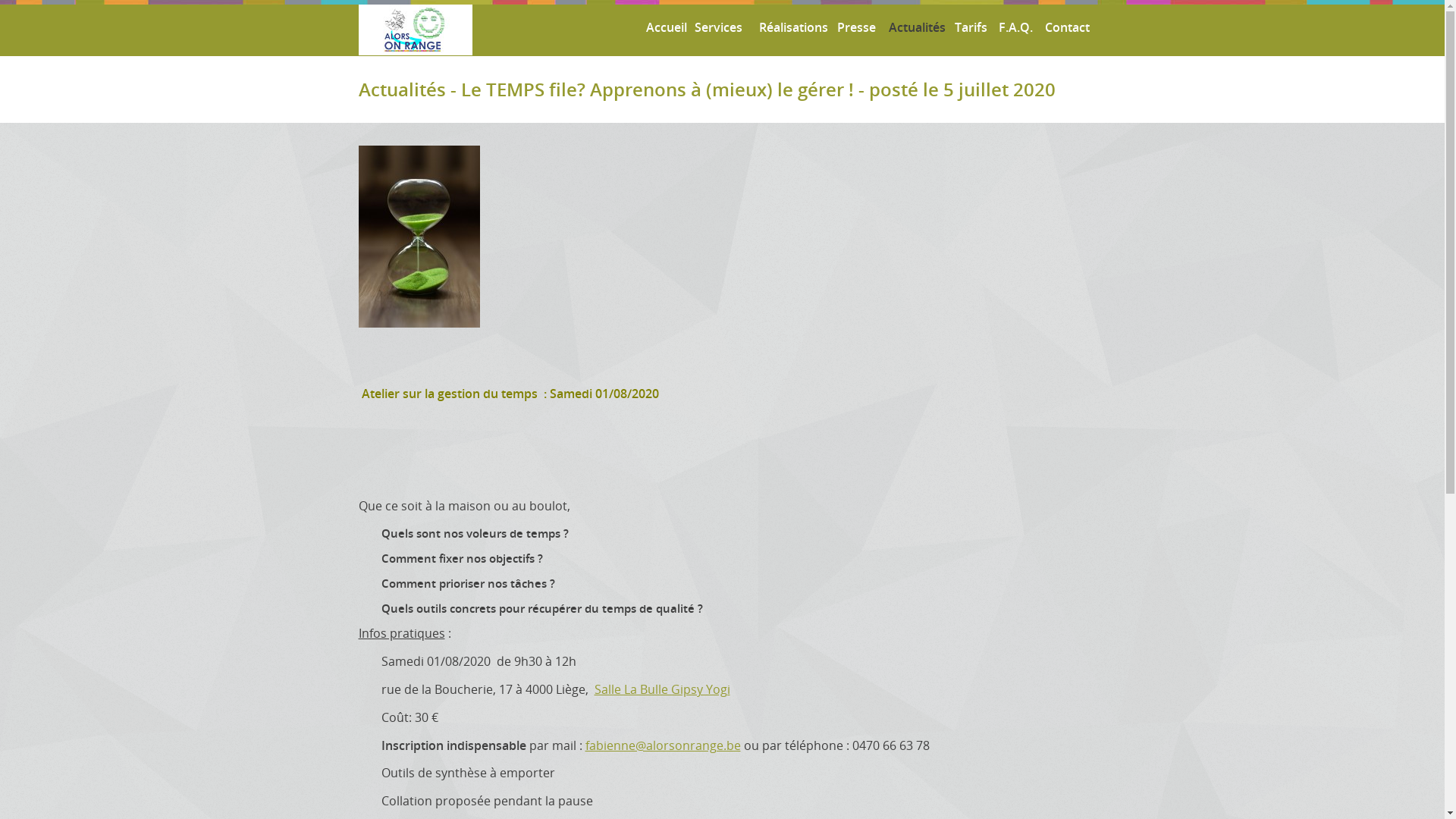 Image resolution: width=1456 pixels, height=819 pixels. Describe the element at coordinates (662, 27) in the screenshot. I see `'Accueil'` at that location.